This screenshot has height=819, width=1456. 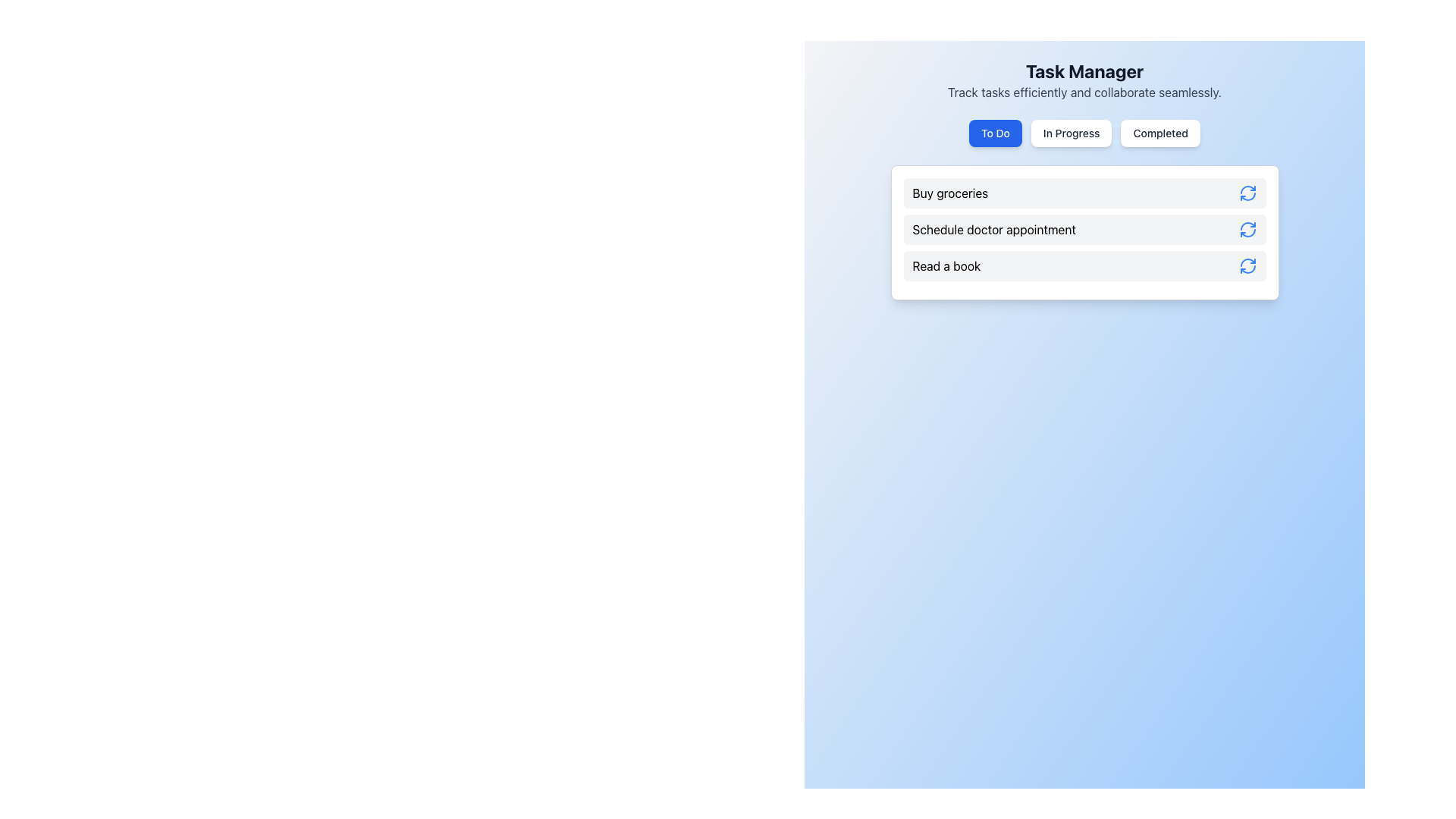 What do you see at coordinates (1084, 230) in the screenshot?
I see `the horizontal button-like component labeled 'Schedule doctor appointment'` at bounding box center [1084, 230].